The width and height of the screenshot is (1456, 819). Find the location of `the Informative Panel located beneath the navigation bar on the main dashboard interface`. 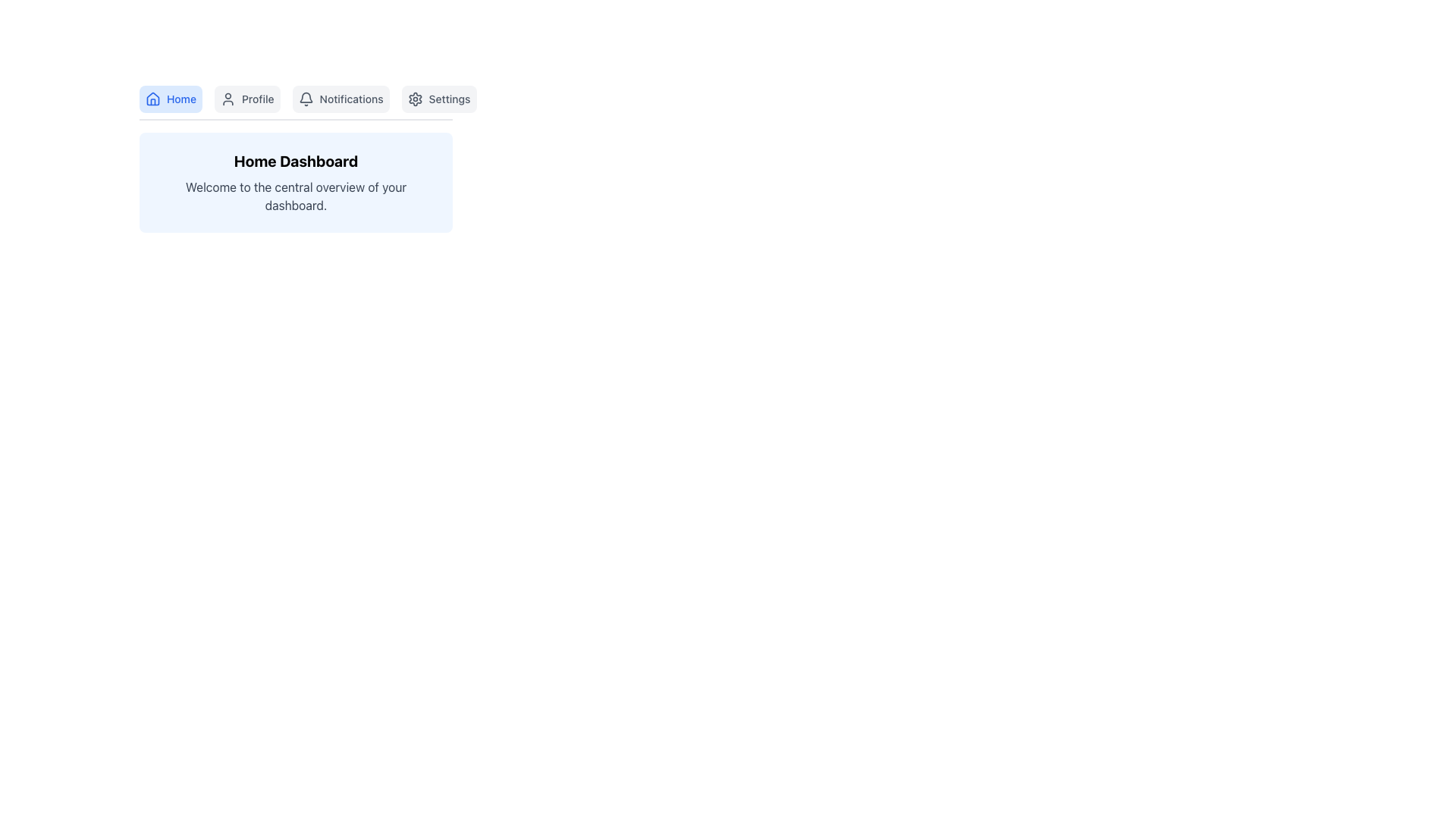

the Informative Panel located beneath the navigation bar on the main dashboard interface is located at coordinates (296, 158).